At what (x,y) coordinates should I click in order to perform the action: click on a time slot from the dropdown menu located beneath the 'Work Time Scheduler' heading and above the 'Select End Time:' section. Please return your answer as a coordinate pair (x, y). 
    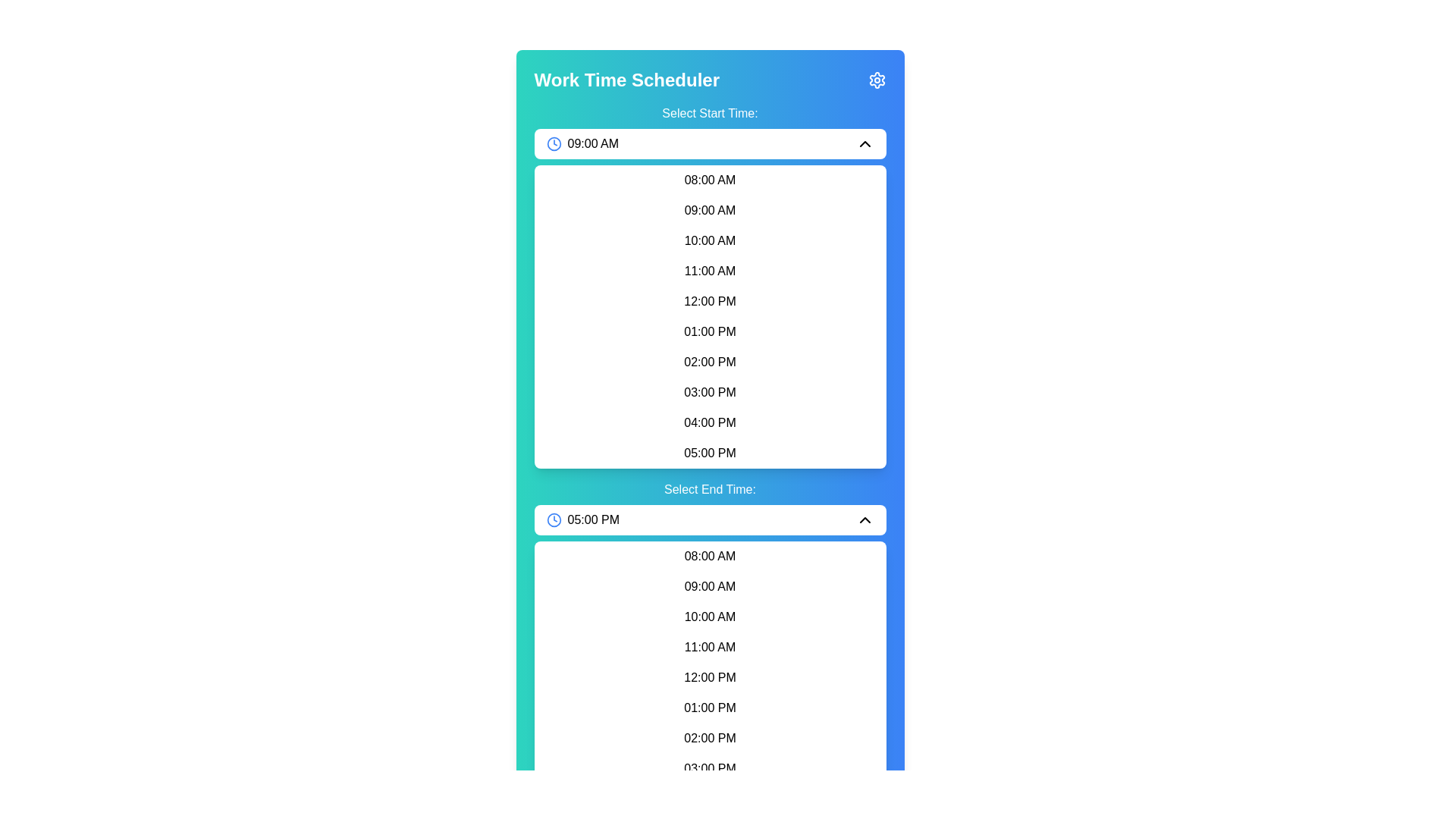
    Looking at the image, I should click on (709, 287).